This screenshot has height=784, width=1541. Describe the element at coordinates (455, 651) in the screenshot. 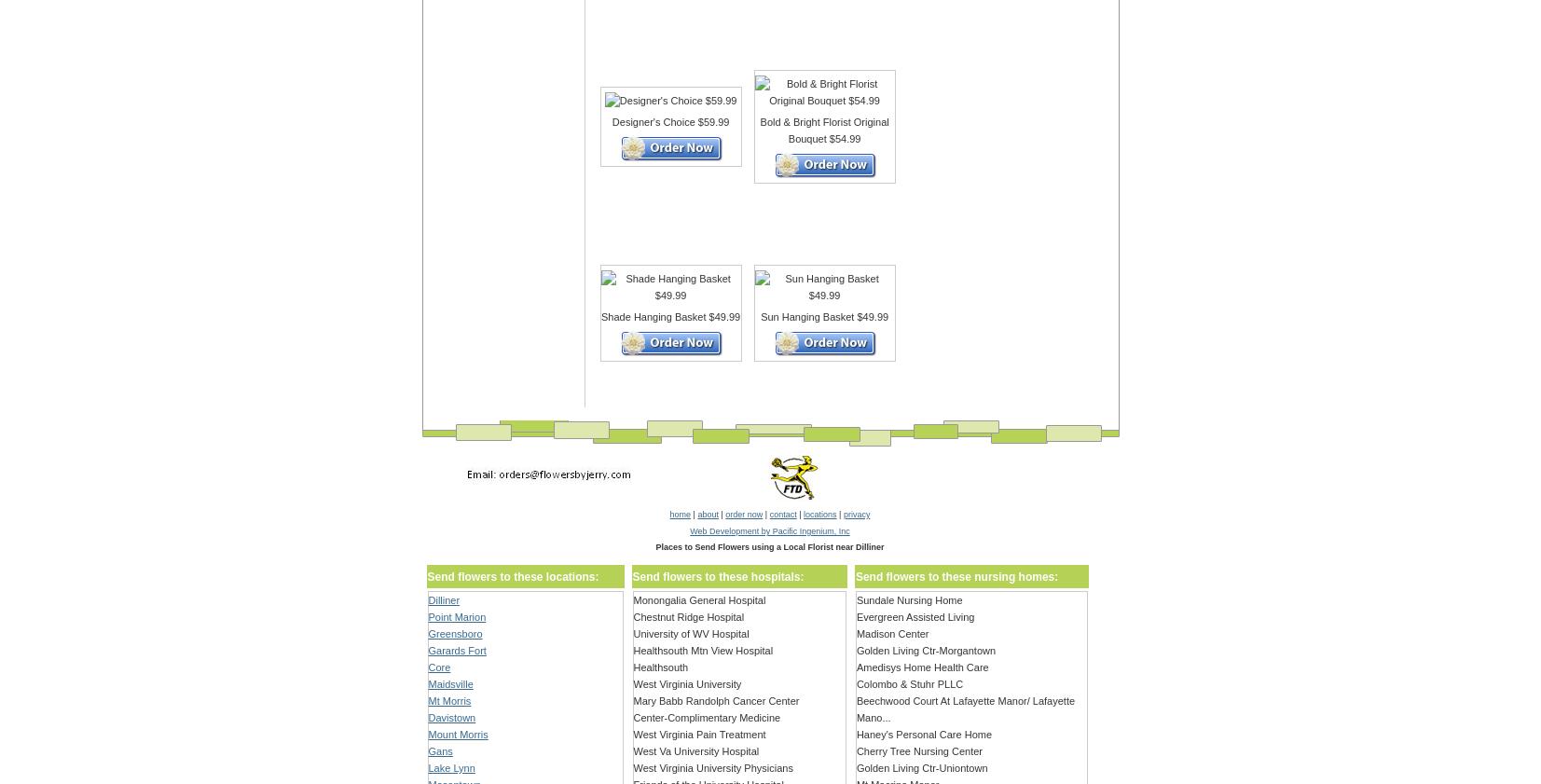

I see `'Garards Fort'` at that location.